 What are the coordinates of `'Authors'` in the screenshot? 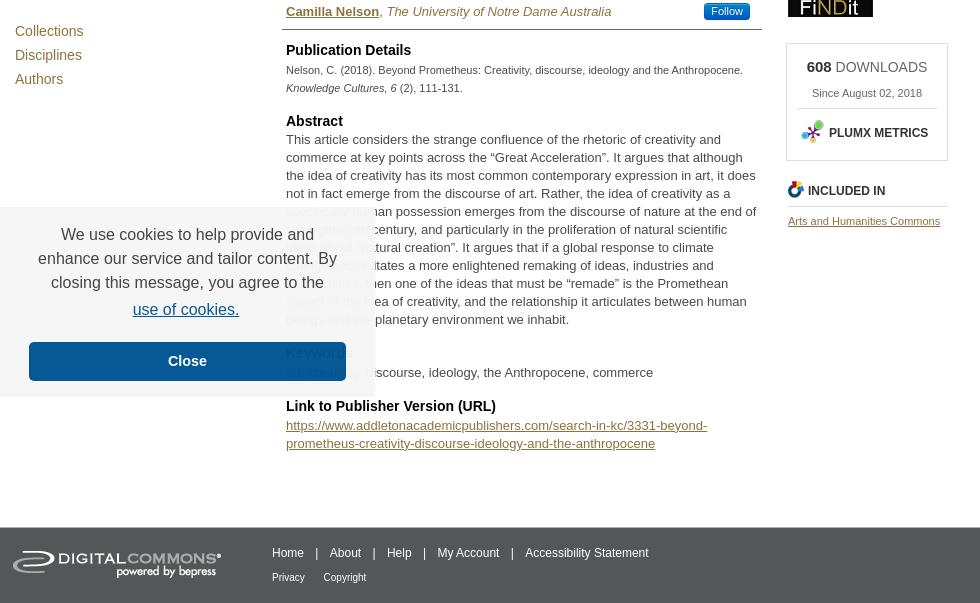 It's located at (39, 77).